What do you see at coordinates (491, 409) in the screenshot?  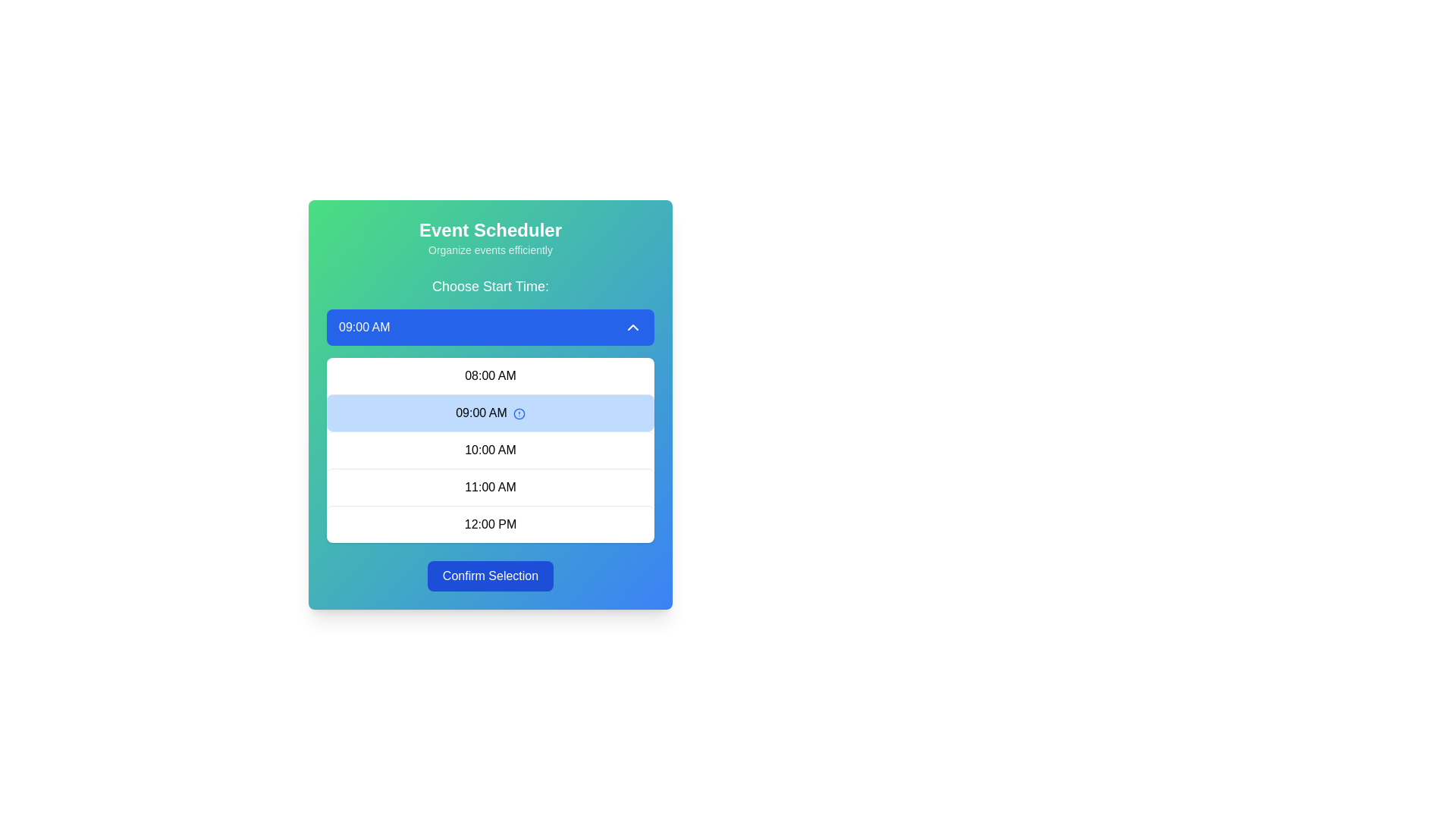 I see `the time option in the dropdown menu labeled 'Choose Start Time:'` at bounding box center [491, 409].